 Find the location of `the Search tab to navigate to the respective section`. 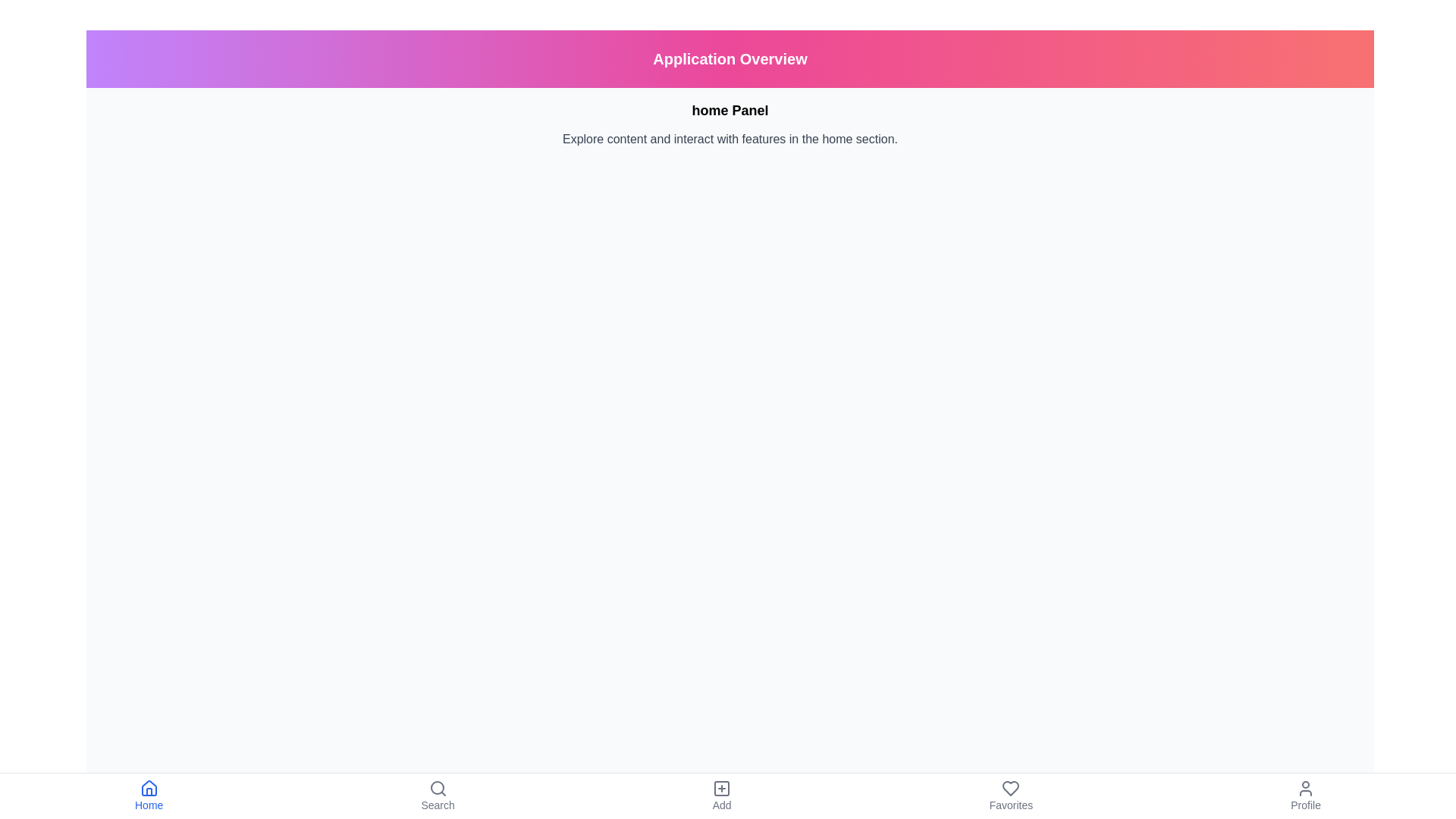

the Search tab to navigate to the respective section is located at coordinates (436, 795).